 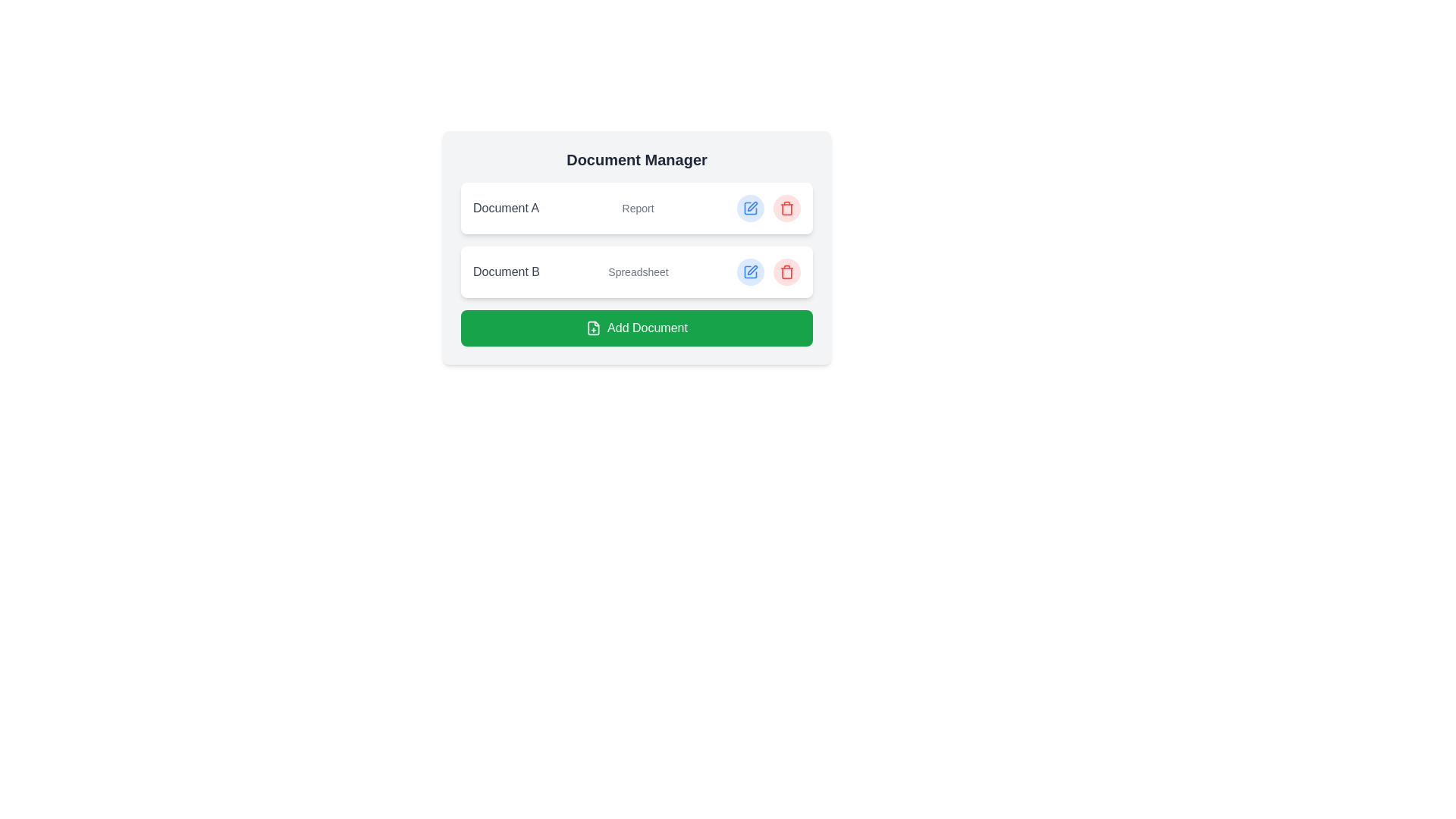 What do you see at coordinates (752, 269) in the screenshot?
I see `the edit icon button located next to 'Document B'` at bounding box center [752, 269].